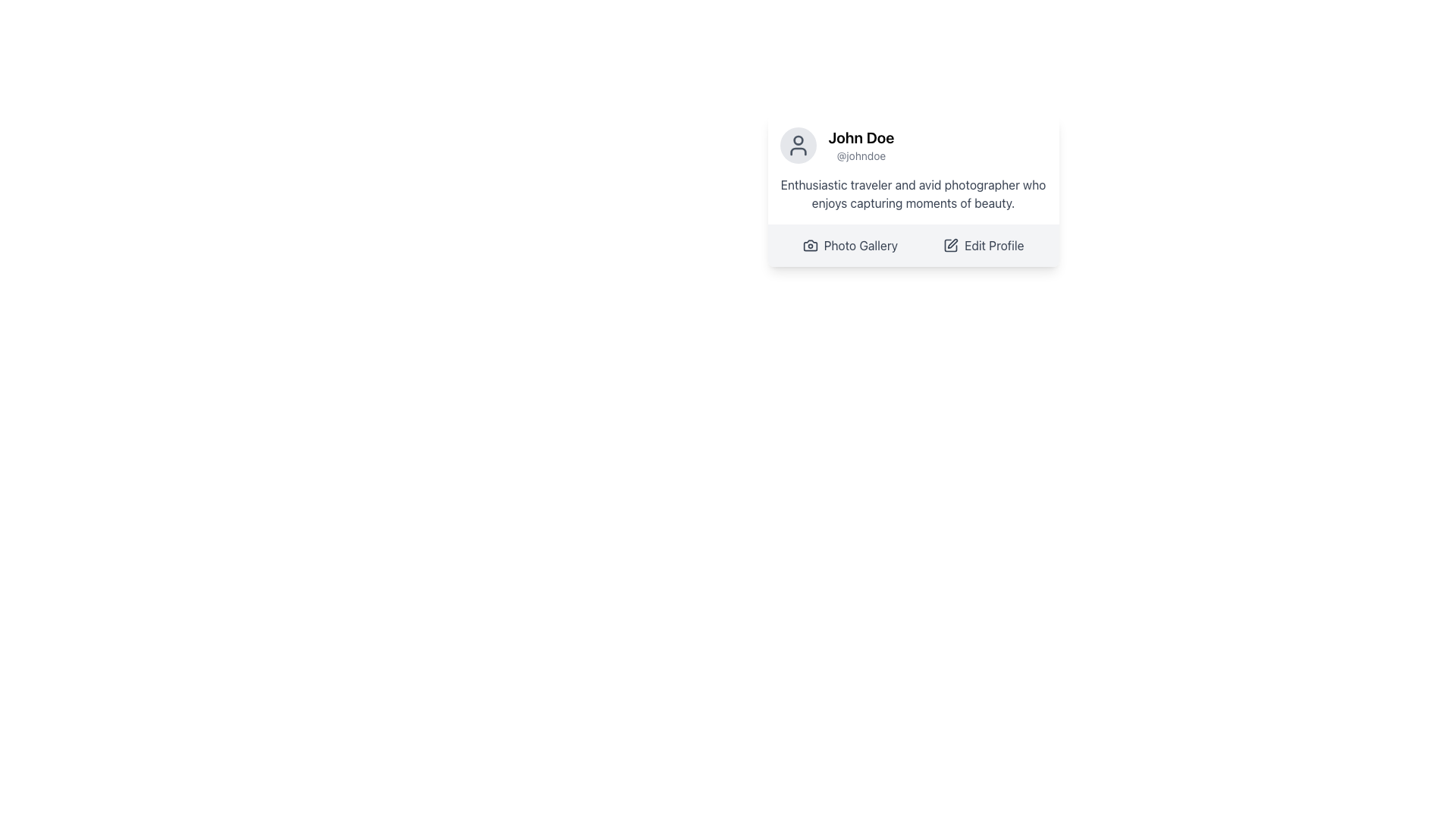  Describe the element at coordinates (994, 245) in the screenshot. I see `the 'Edit Profile' button located at the bottom right of the user profile card` at that location.